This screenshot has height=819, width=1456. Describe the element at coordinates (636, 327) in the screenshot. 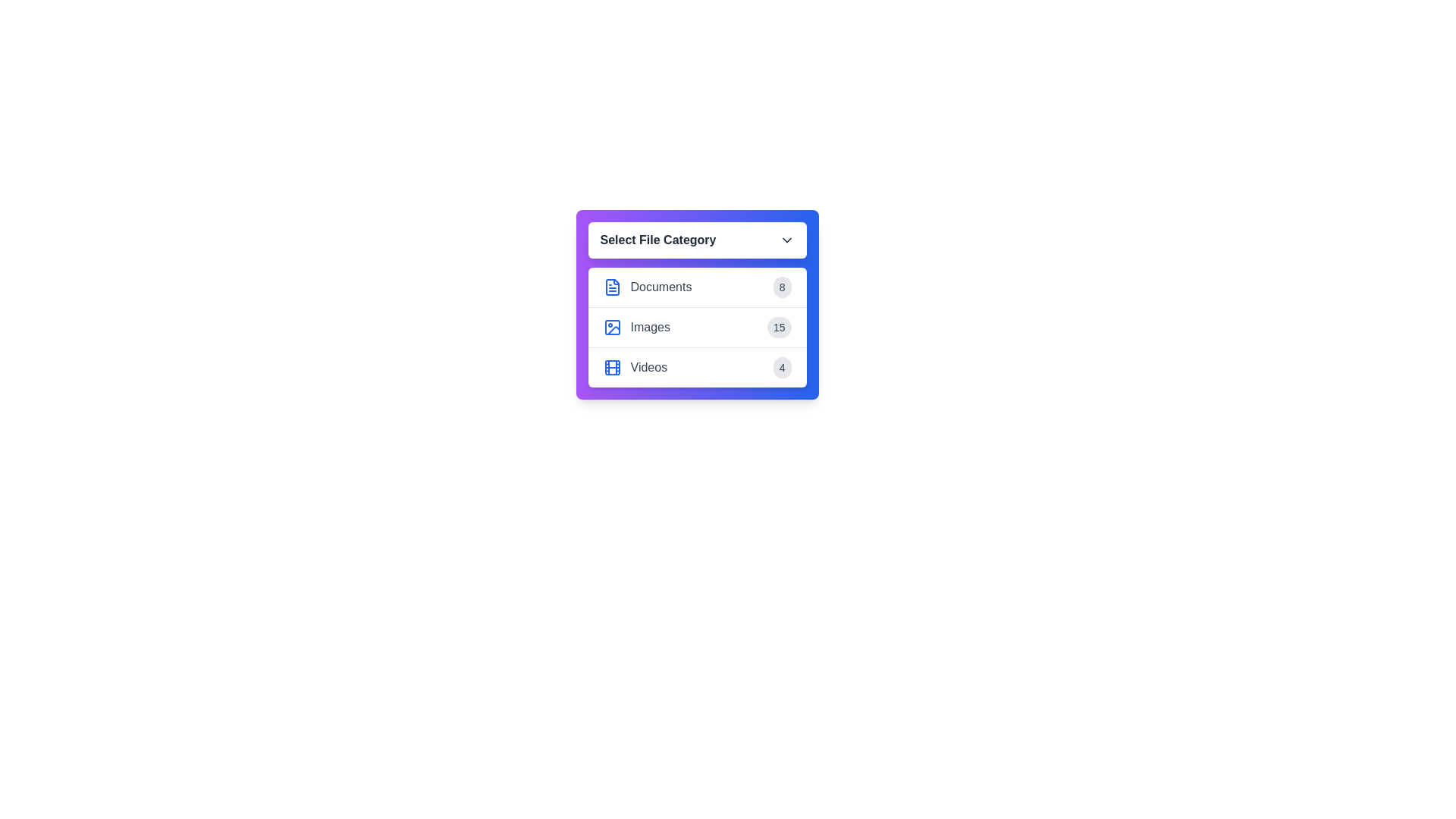

I see `the second option in the dropdown menu titled 'Images', which has a picture icon on the left and the number '15' on the right` at that location.